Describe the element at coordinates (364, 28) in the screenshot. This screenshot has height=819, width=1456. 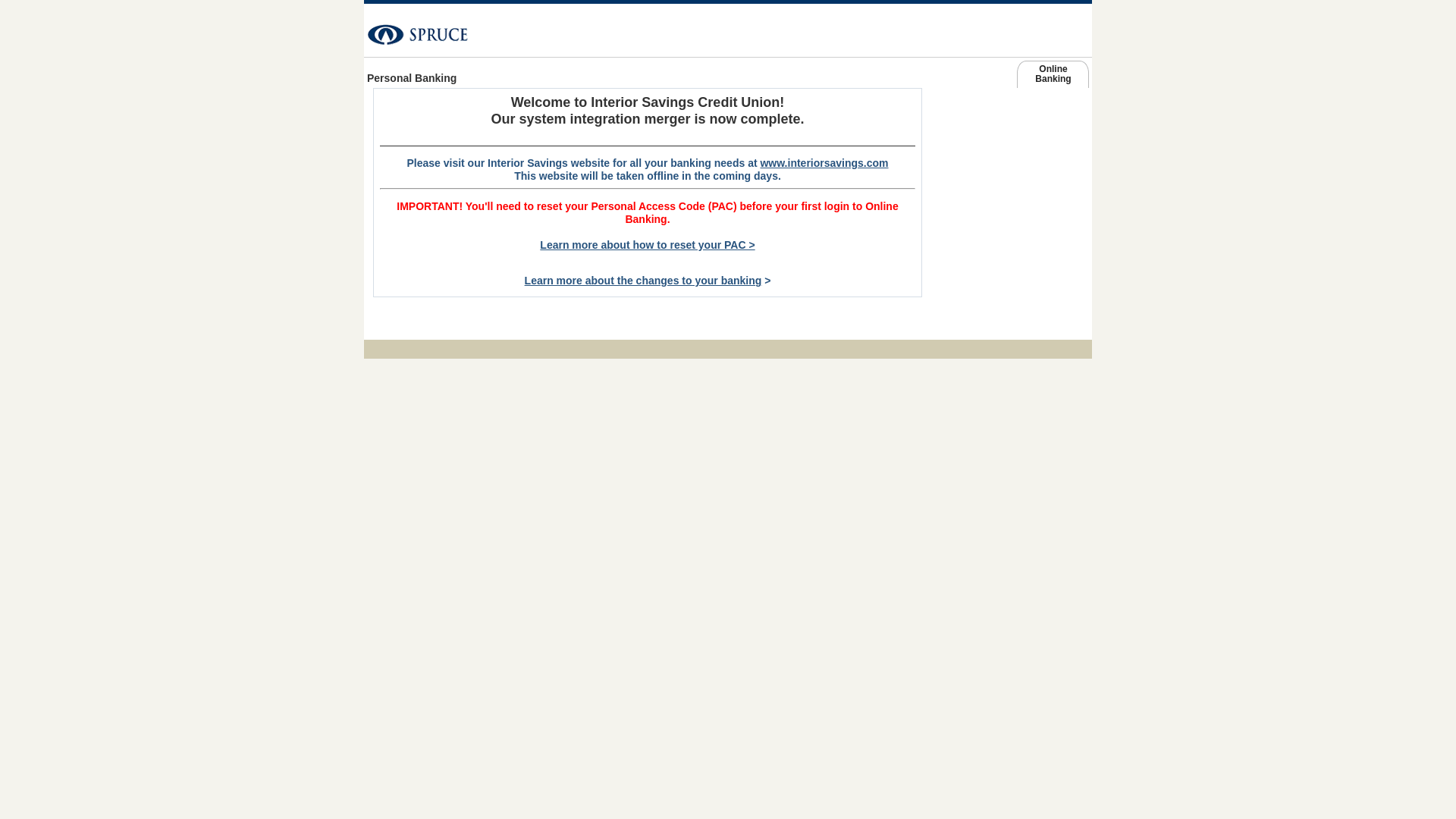
I see `'Home'` at that location.